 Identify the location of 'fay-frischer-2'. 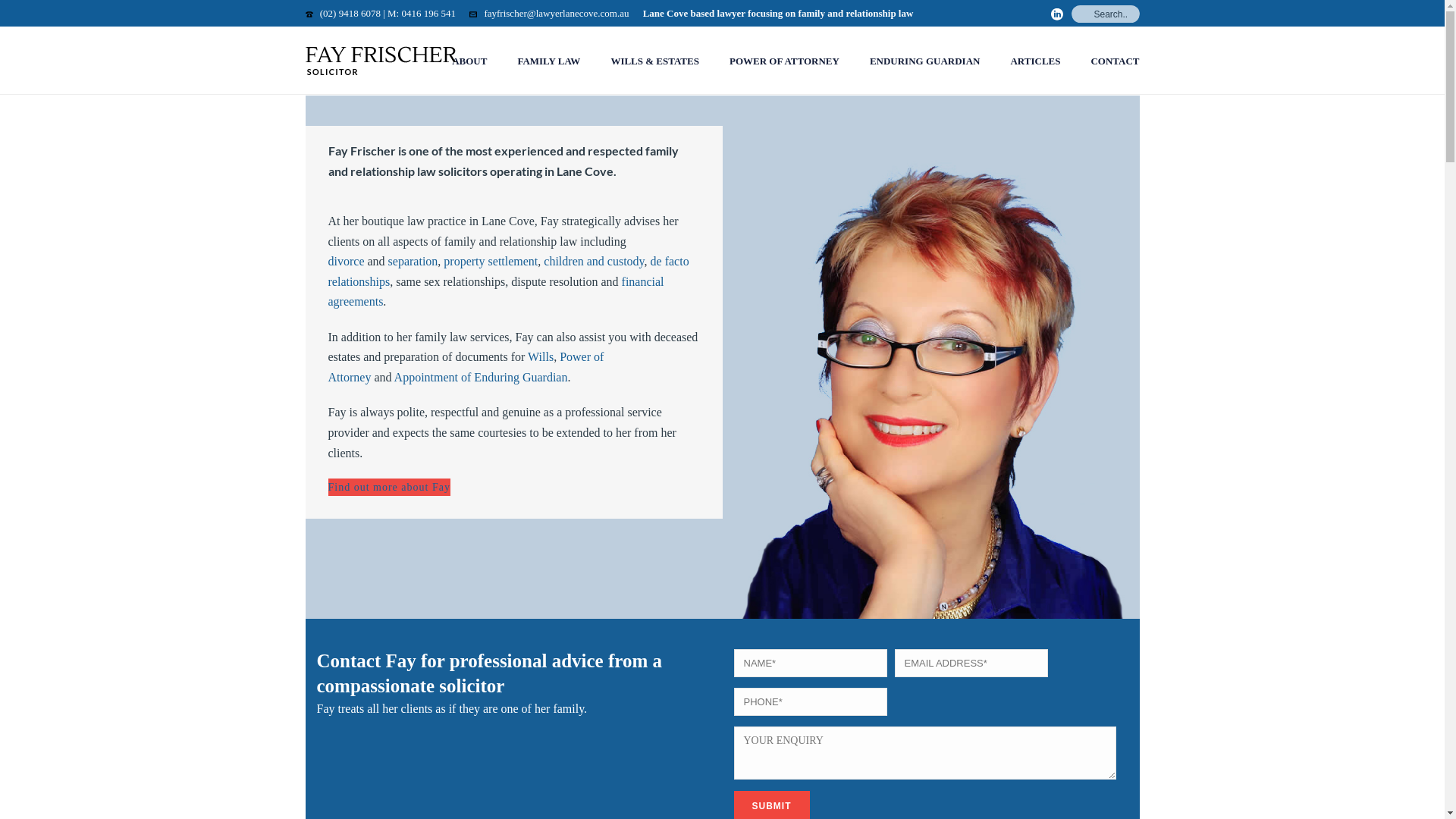
(930, 372).